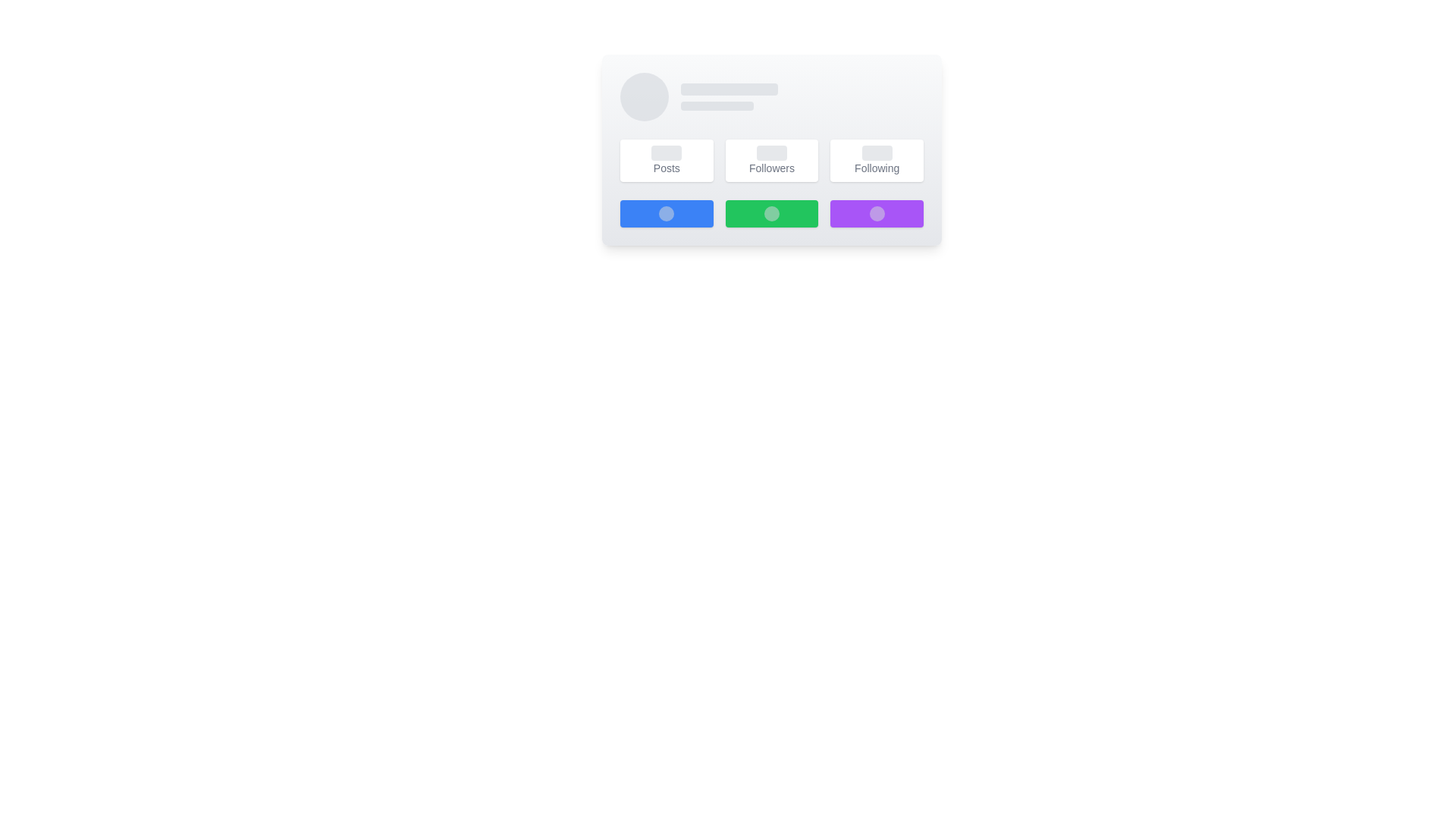 This screenshot has height=819, width=1456. Describe the element at coordinates (771, 168) in the screenshot. I see `the static text label indicating social media followers, located below the animated placeholder block and centered in the upper section among 'Posts', 'Followers', and 'Following'` at that location.